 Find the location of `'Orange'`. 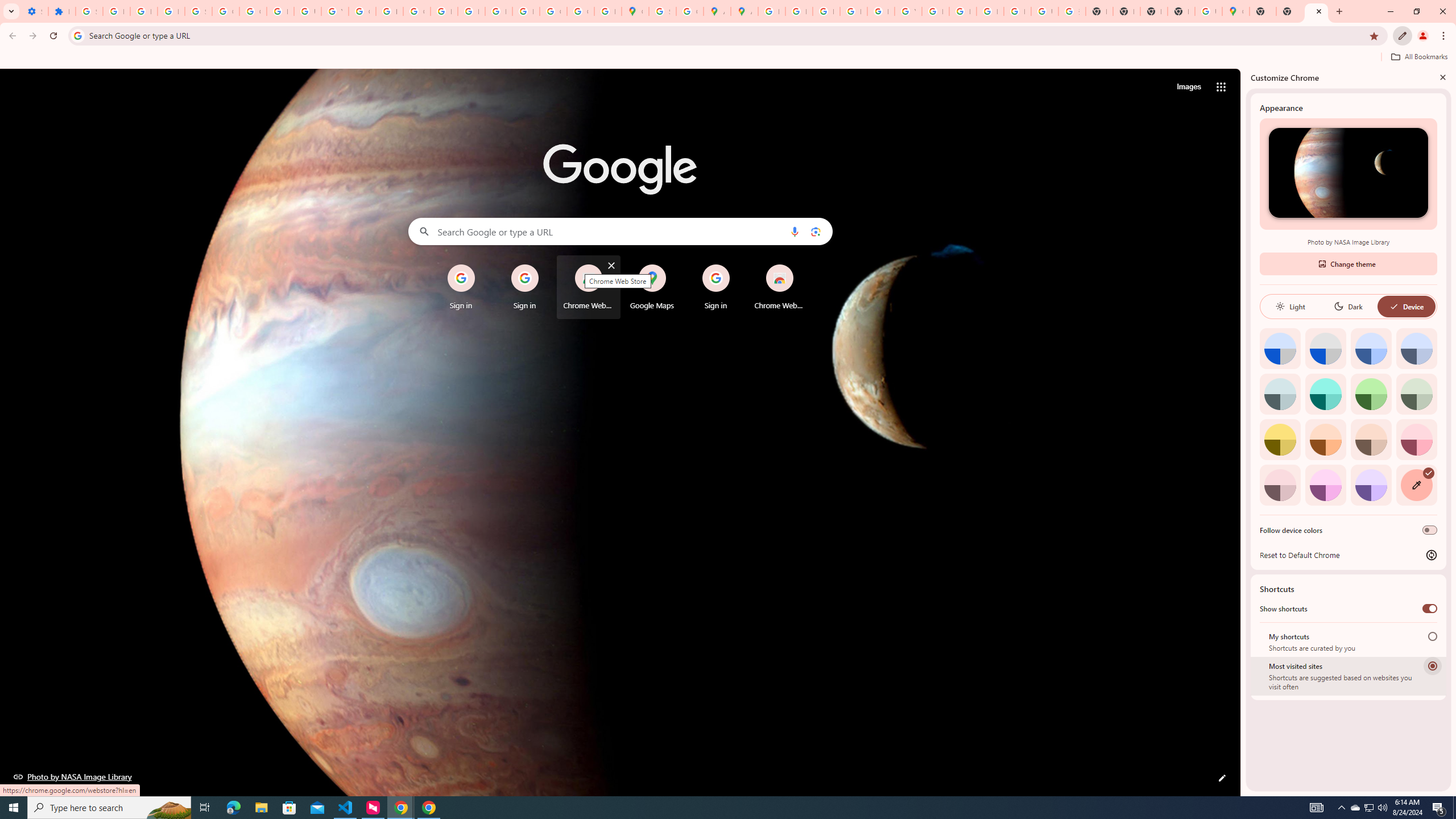

'Orange' is located at coordinates (1325, 439).